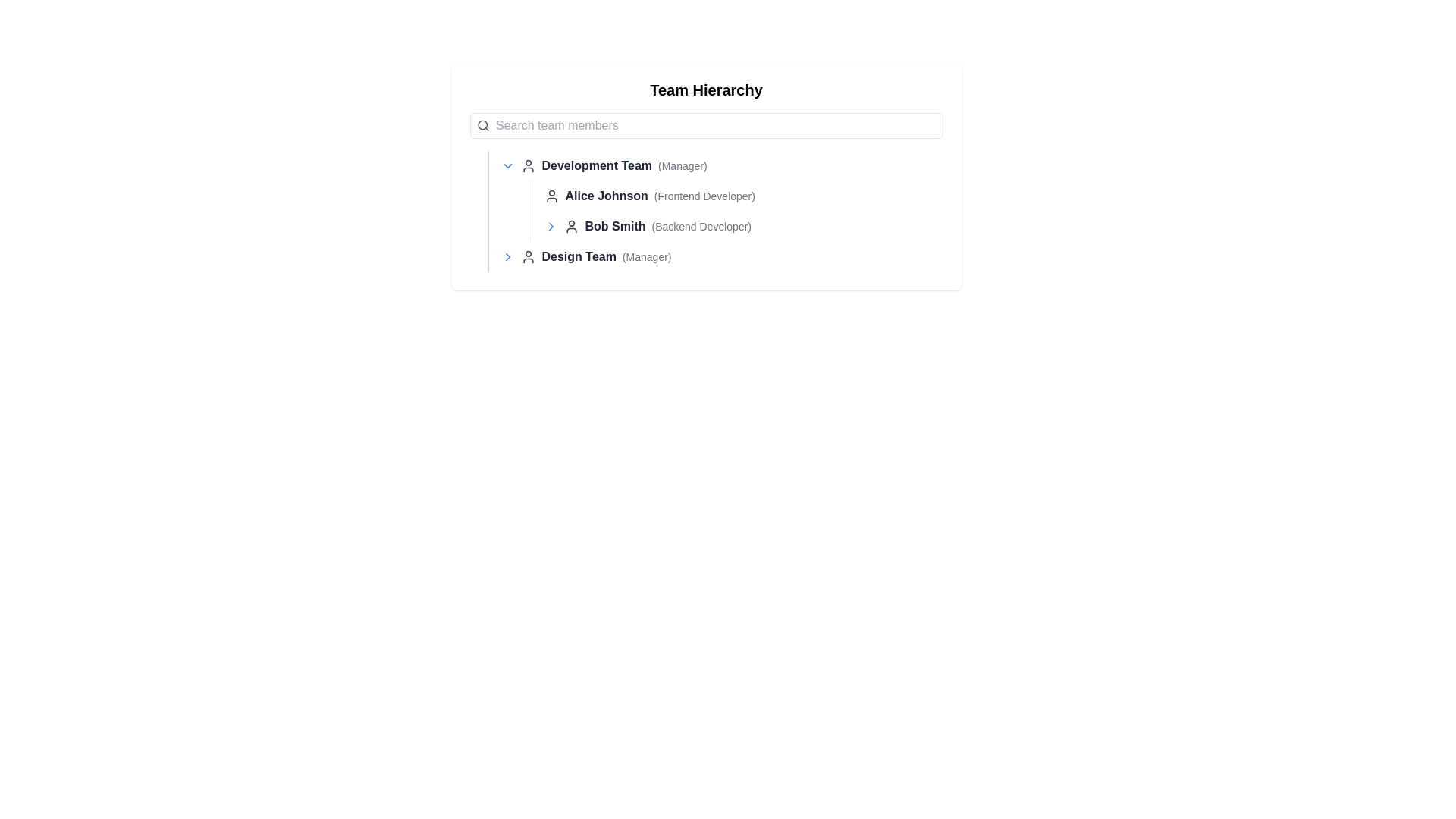 Image resolution: width=1456 pixels, height=819 pixels. What do you see at coordinates (528, 166) in the screenshot?
I see `the user icon represented as an outline of a person with a gray color, located to the left of the text 'Development Team (Manager)' in the 'Development Team' row` at bounding box center [528, 166].